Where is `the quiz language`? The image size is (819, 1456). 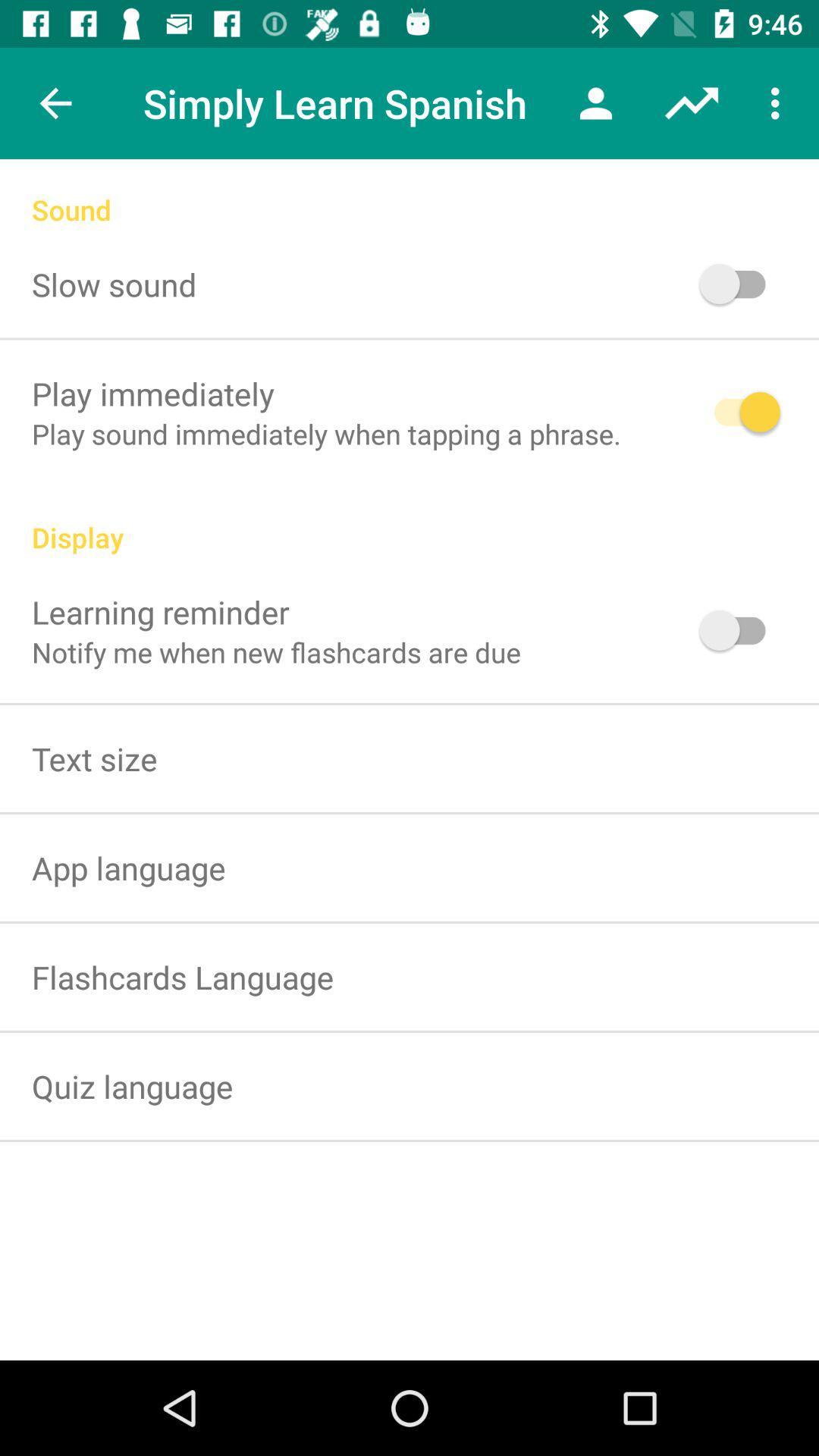 the quiz language is located at coordinates (131, 1085).